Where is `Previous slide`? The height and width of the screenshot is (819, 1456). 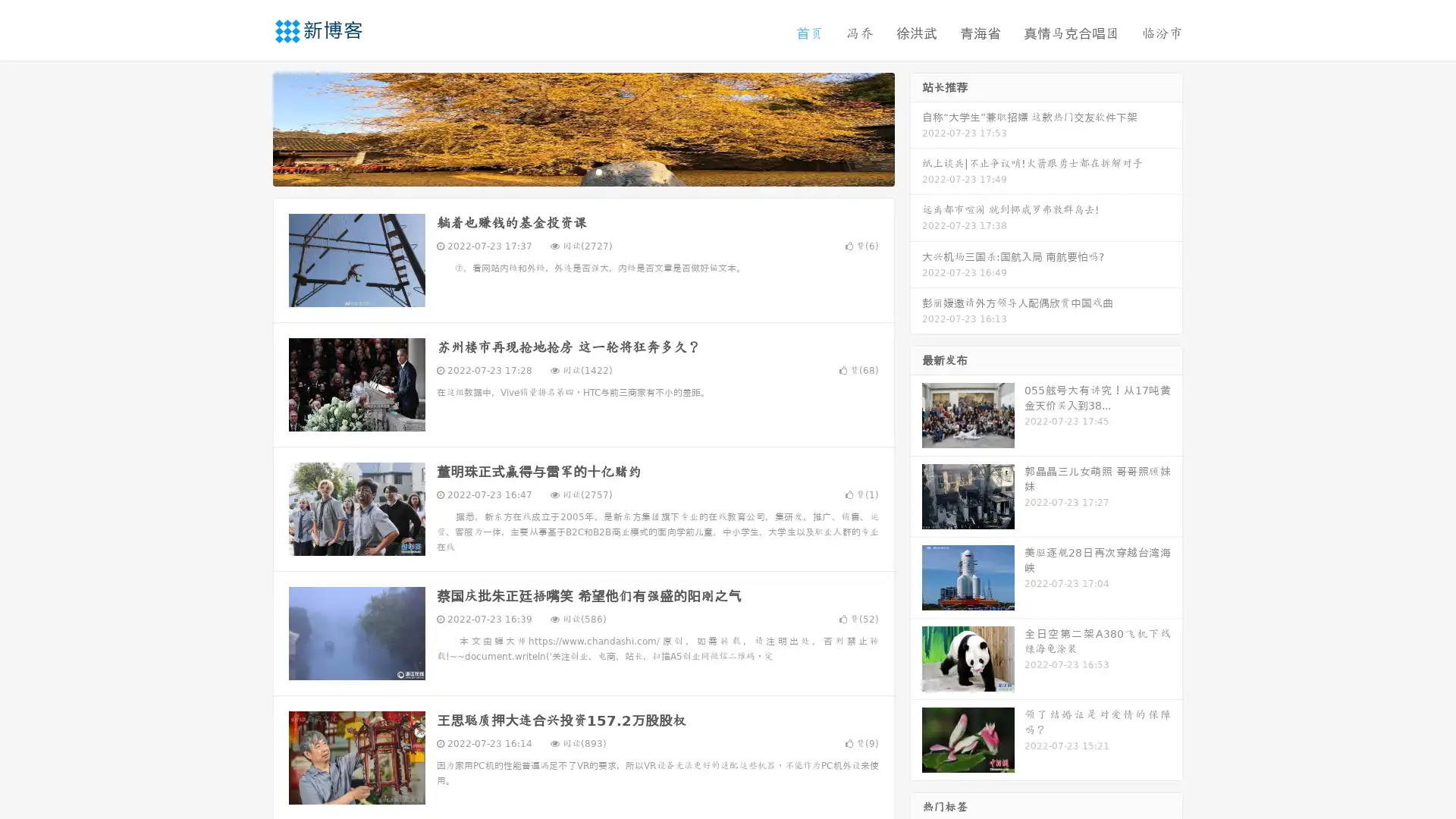 Previous slide is located at coordinates (250, 127).